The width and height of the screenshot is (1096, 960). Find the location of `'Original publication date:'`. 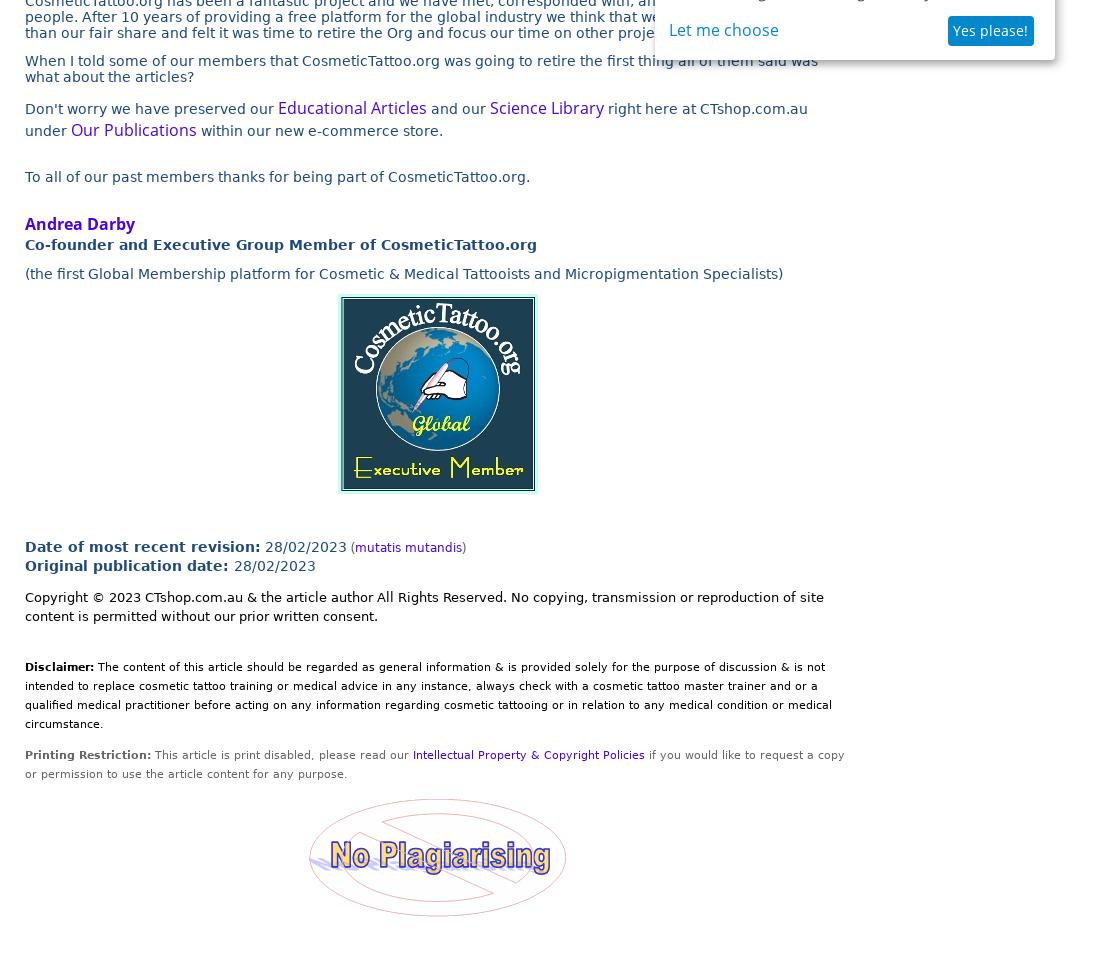

'Original publication date:' is located at coordinates (128, 564).